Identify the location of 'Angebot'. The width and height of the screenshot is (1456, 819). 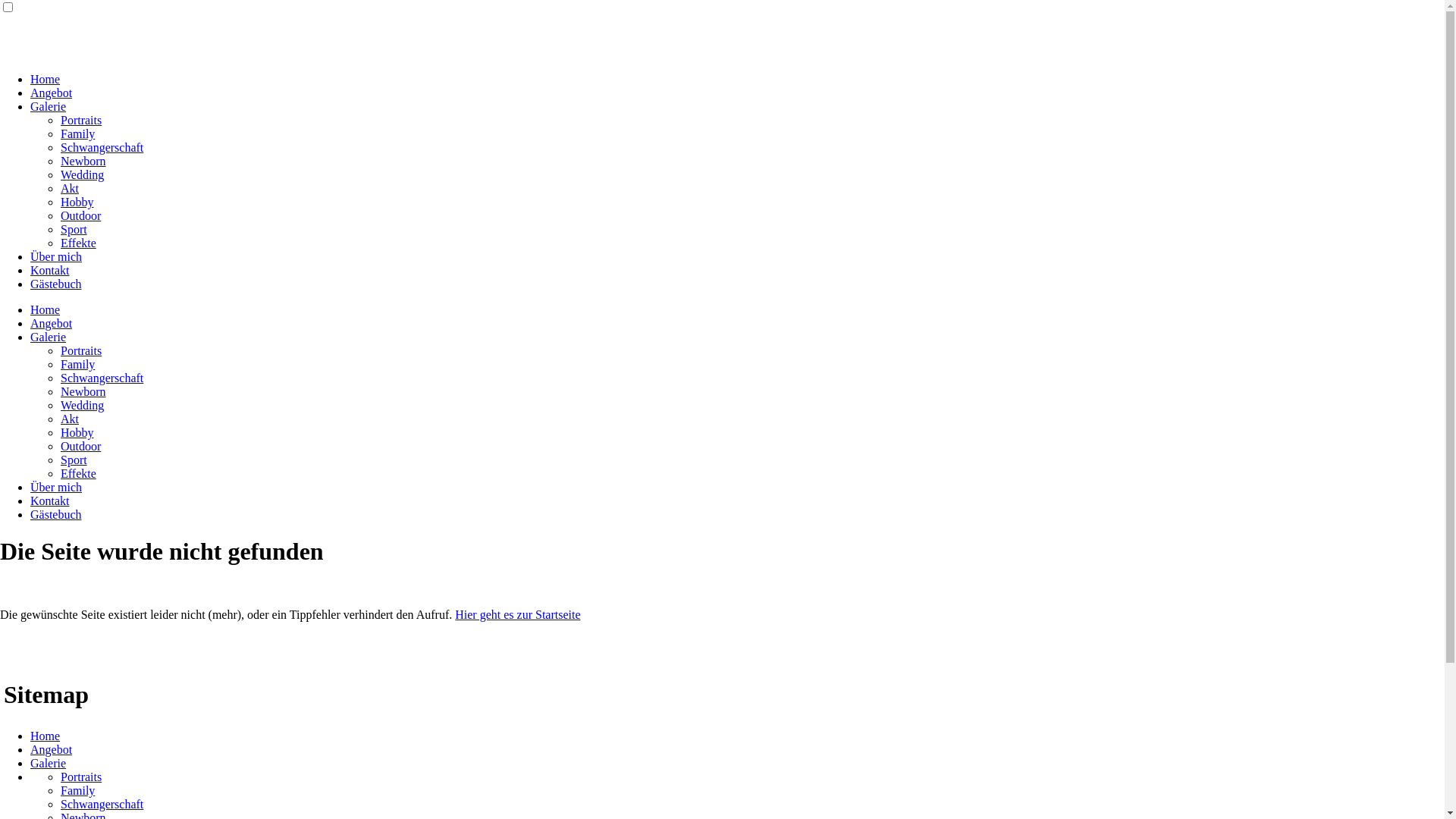
(51, 93).